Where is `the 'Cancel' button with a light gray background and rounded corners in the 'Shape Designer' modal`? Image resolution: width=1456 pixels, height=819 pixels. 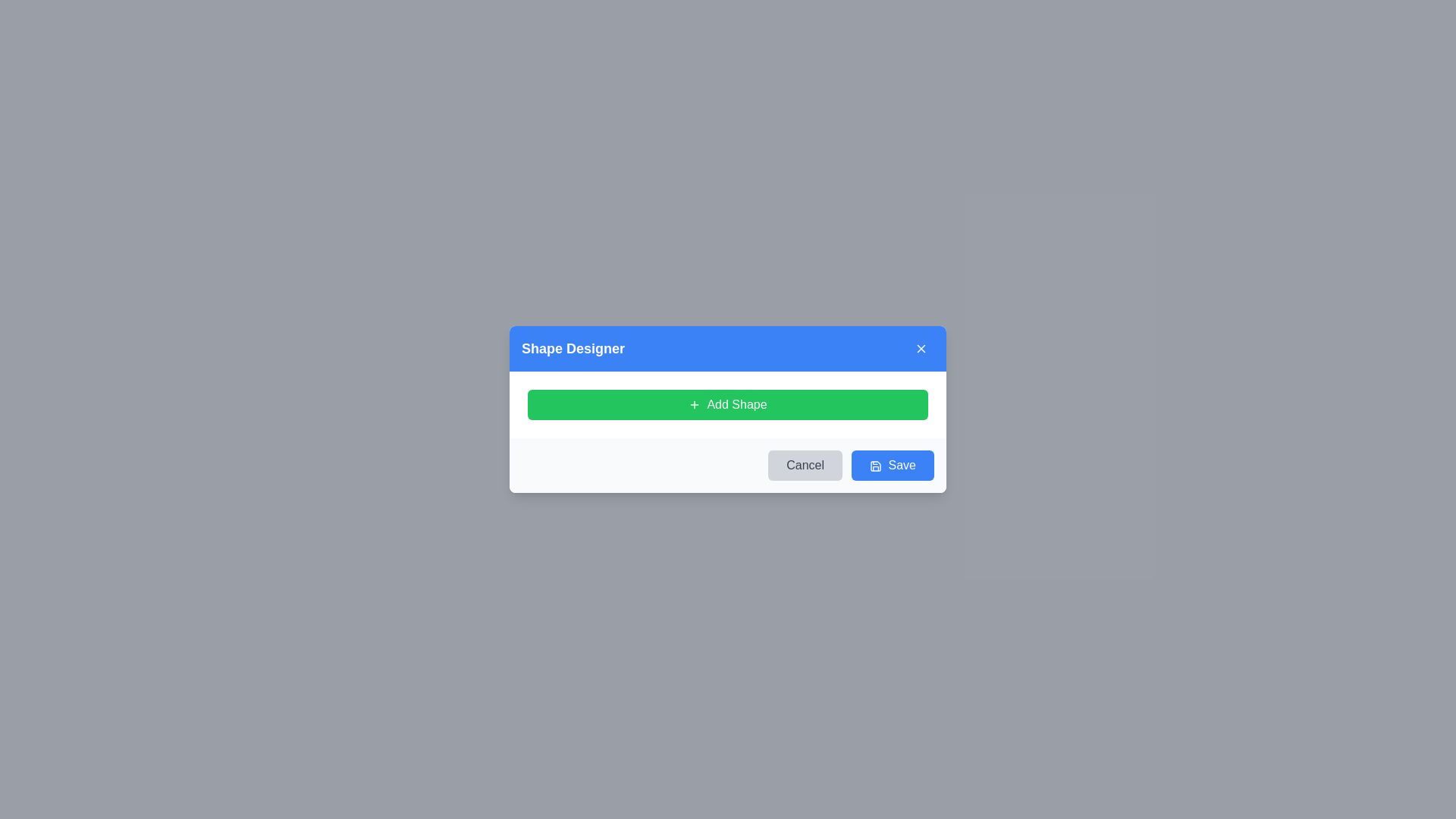 the 'Cancel' button with a light gray background and rounded corners in the 'Shape Designer' modal is located at coordinates (805, 464).